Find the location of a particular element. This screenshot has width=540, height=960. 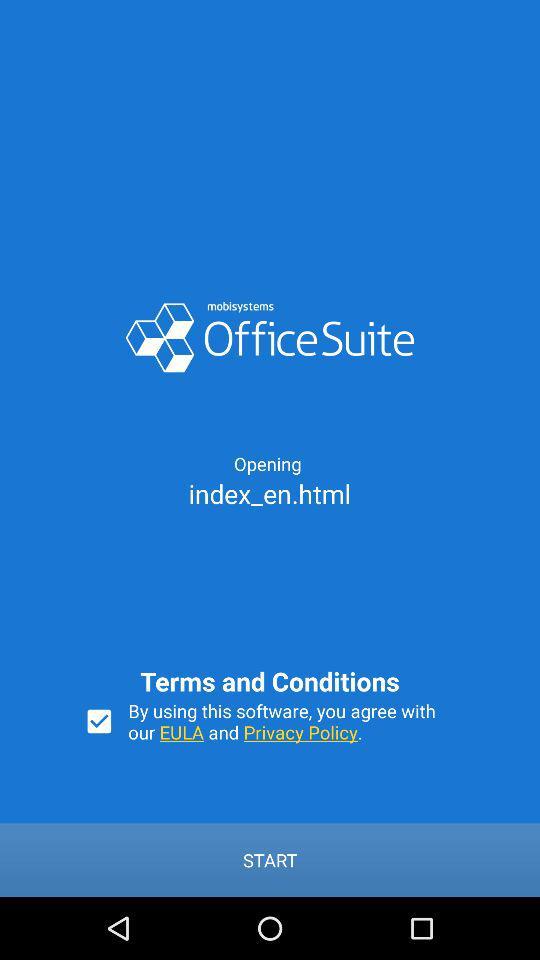

the start button is located at coordinates (270, 859).